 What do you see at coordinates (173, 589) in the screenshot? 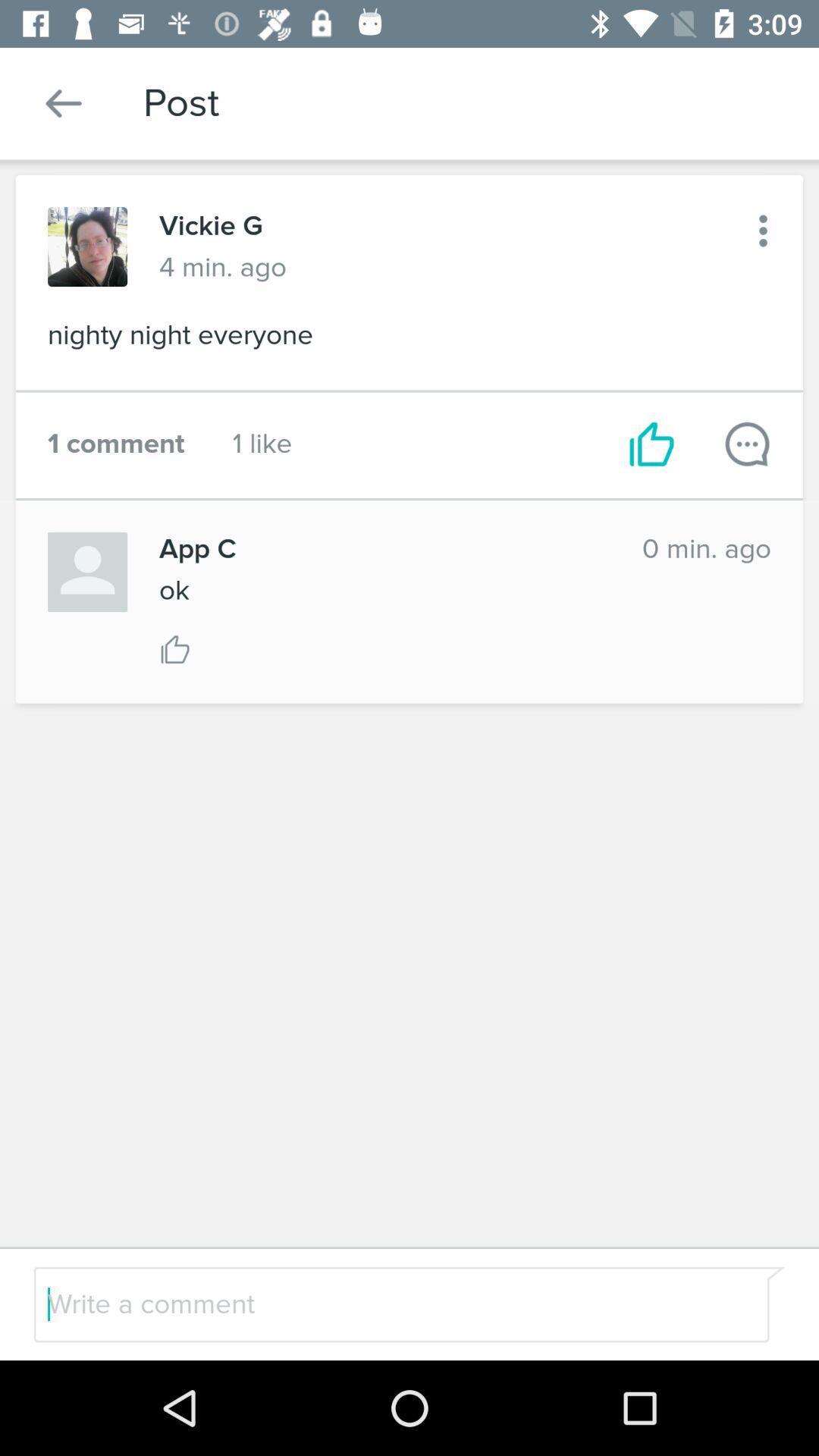
I see `the icon below app c` at bounding box center [173, 589].